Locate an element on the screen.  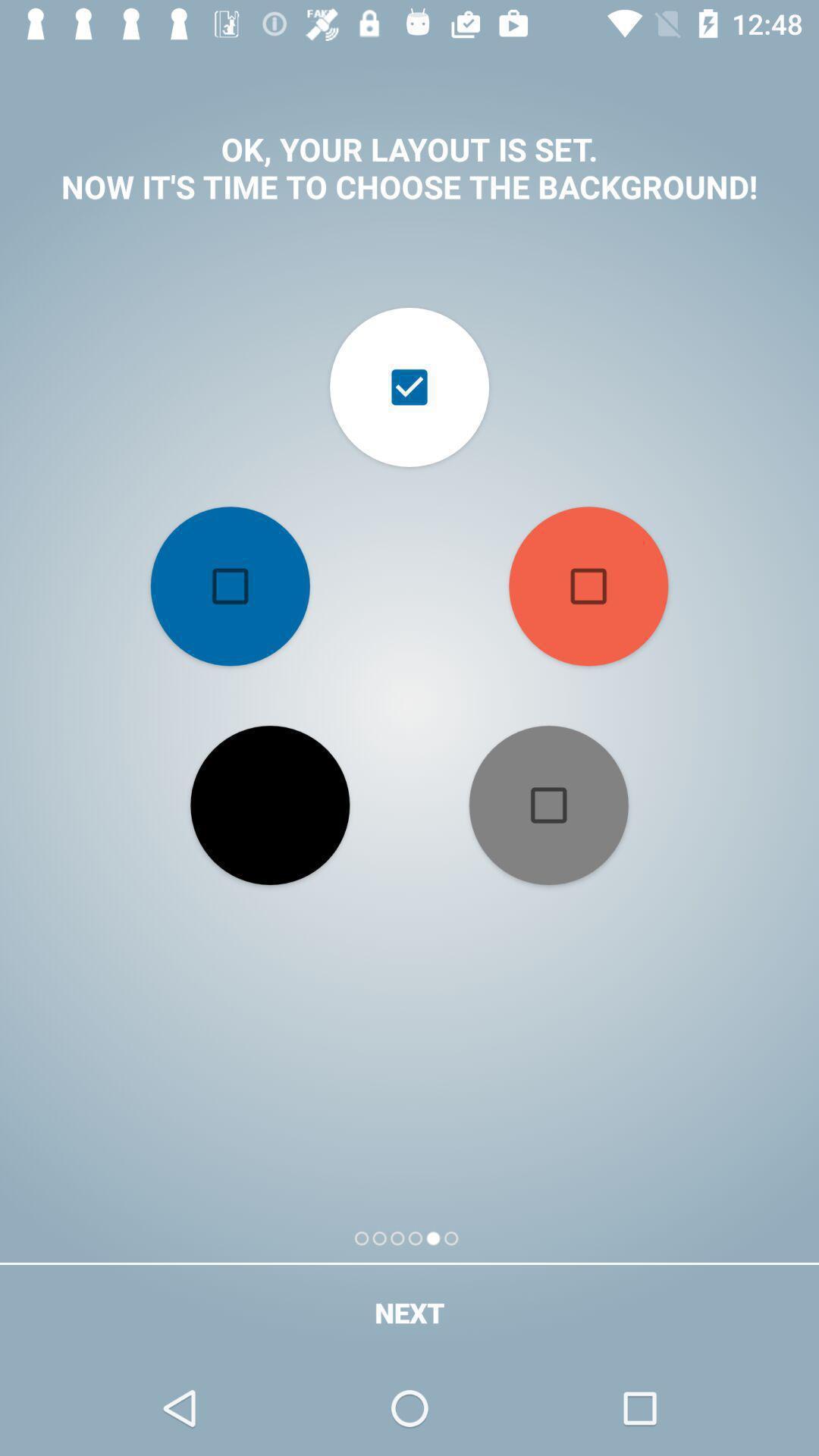
the item below ok your layout icon is located at coordinates (230, 585).